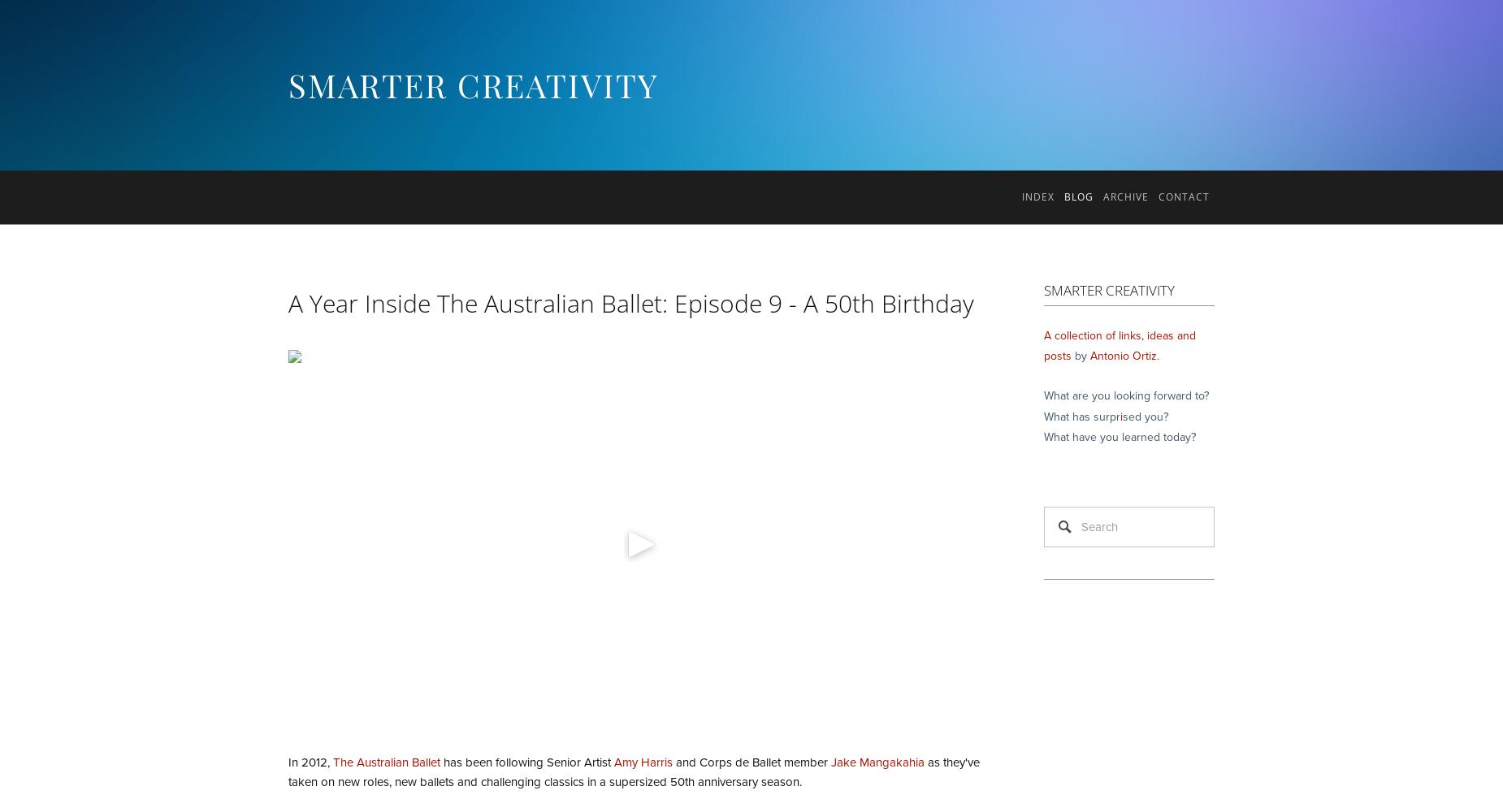 The width and height of the screenshot is (1503, 812). Describe the element at coordinates (751, 762) in the screenshot. I see `'and Corps de Ballet member'` at that location.